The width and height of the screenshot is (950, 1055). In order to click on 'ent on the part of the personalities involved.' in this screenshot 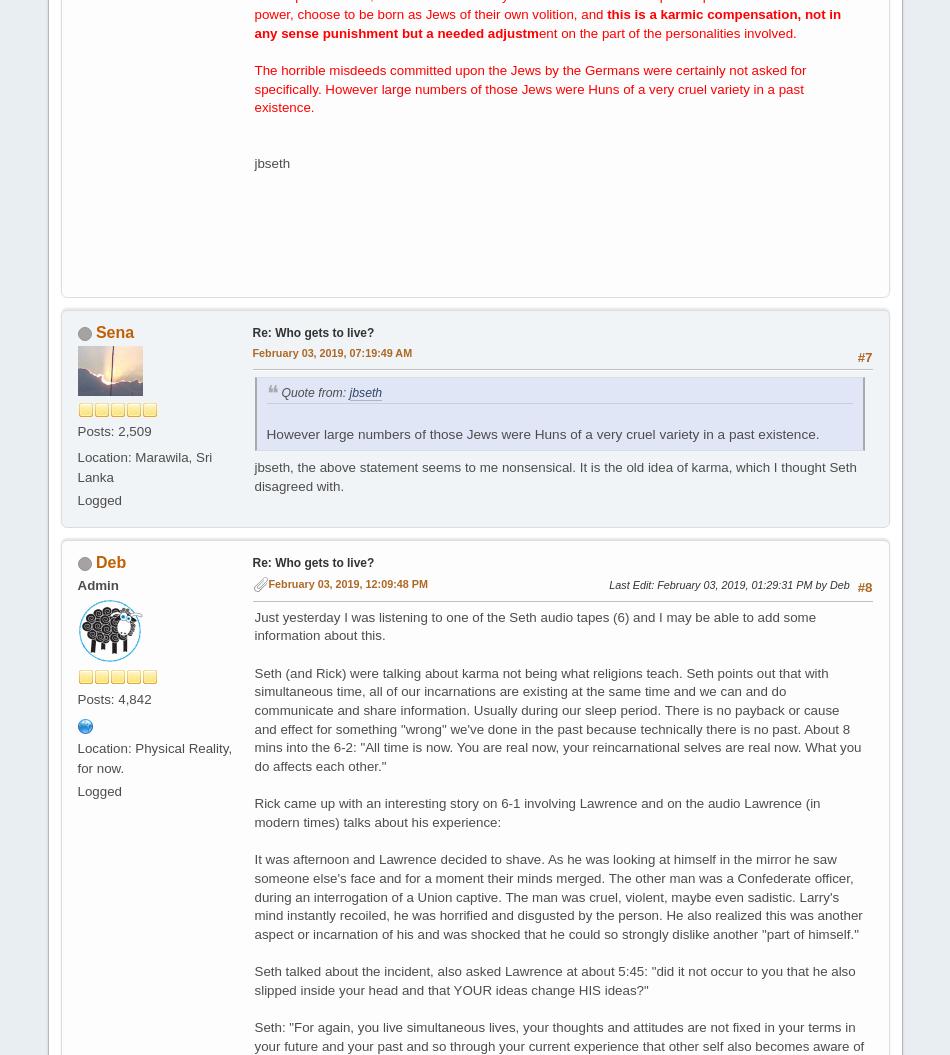, I will do `click(537, 32)`.